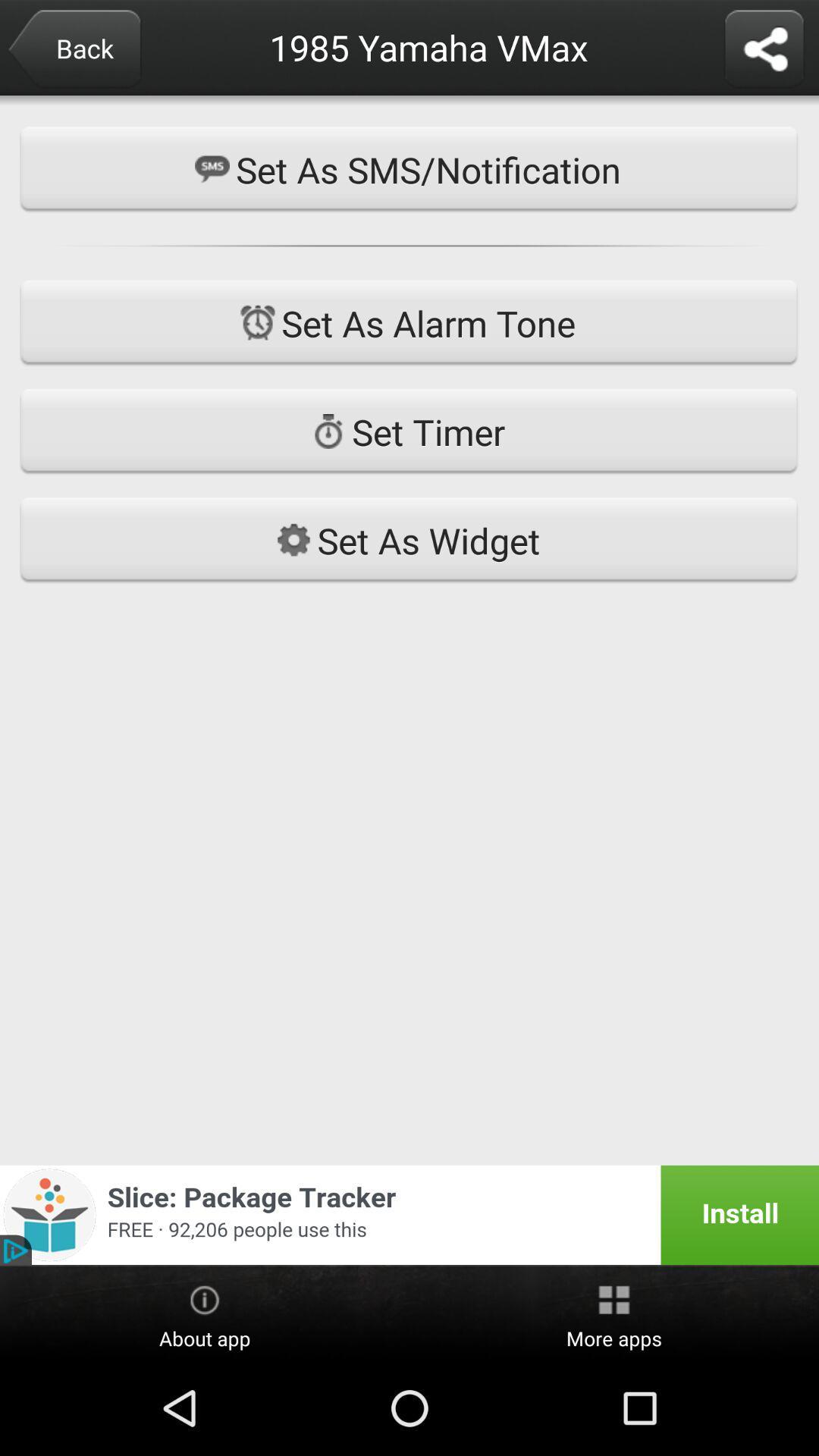  What do you see at coordinates (409, 1215) in the screenshot?
I see `add` at bounding box center [409, 1215].